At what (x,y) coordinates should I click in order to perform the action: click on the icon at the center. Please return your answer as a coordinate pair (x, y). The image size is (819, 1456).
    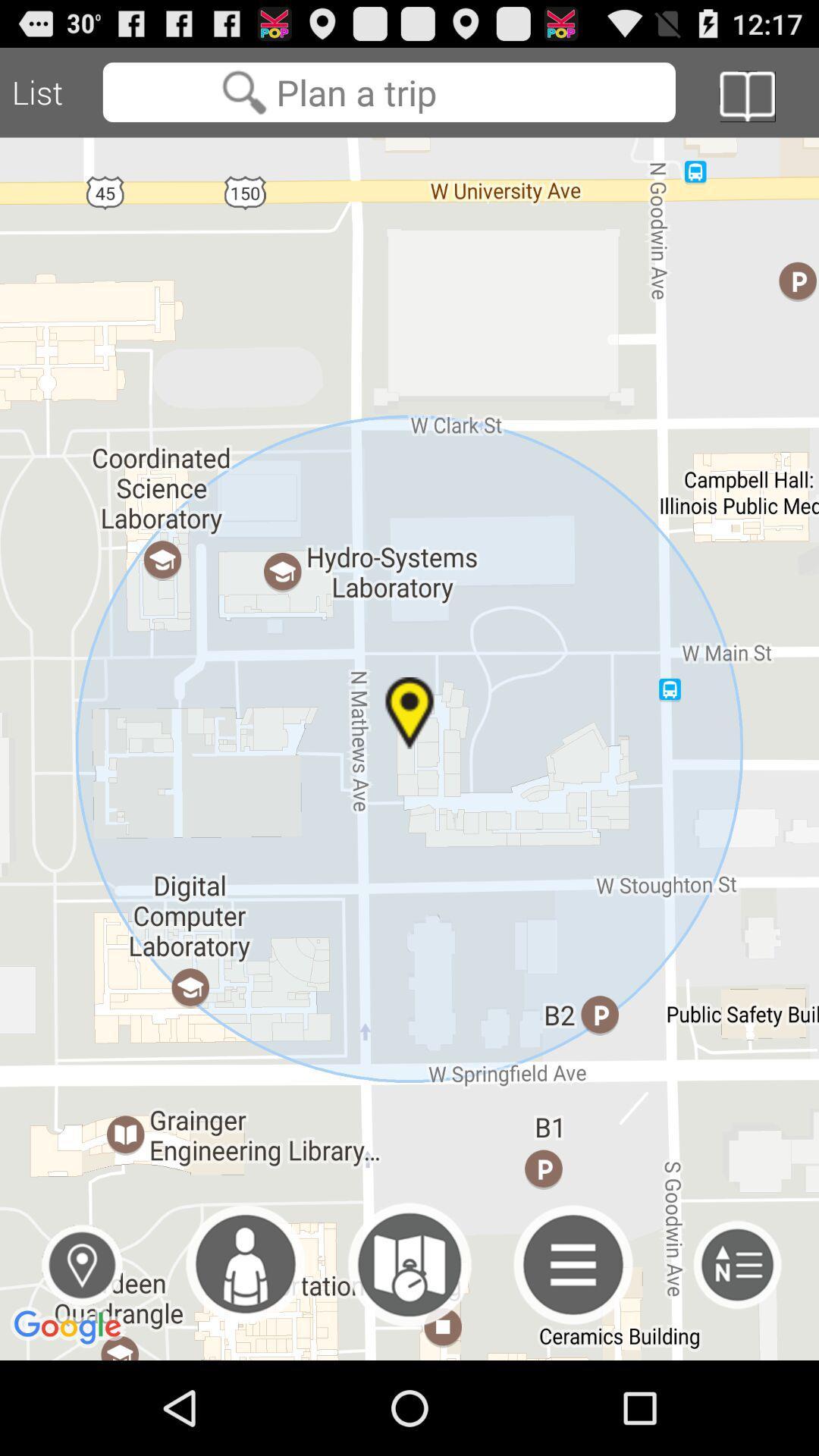
    Looking at the image, I should click on (409, 748).